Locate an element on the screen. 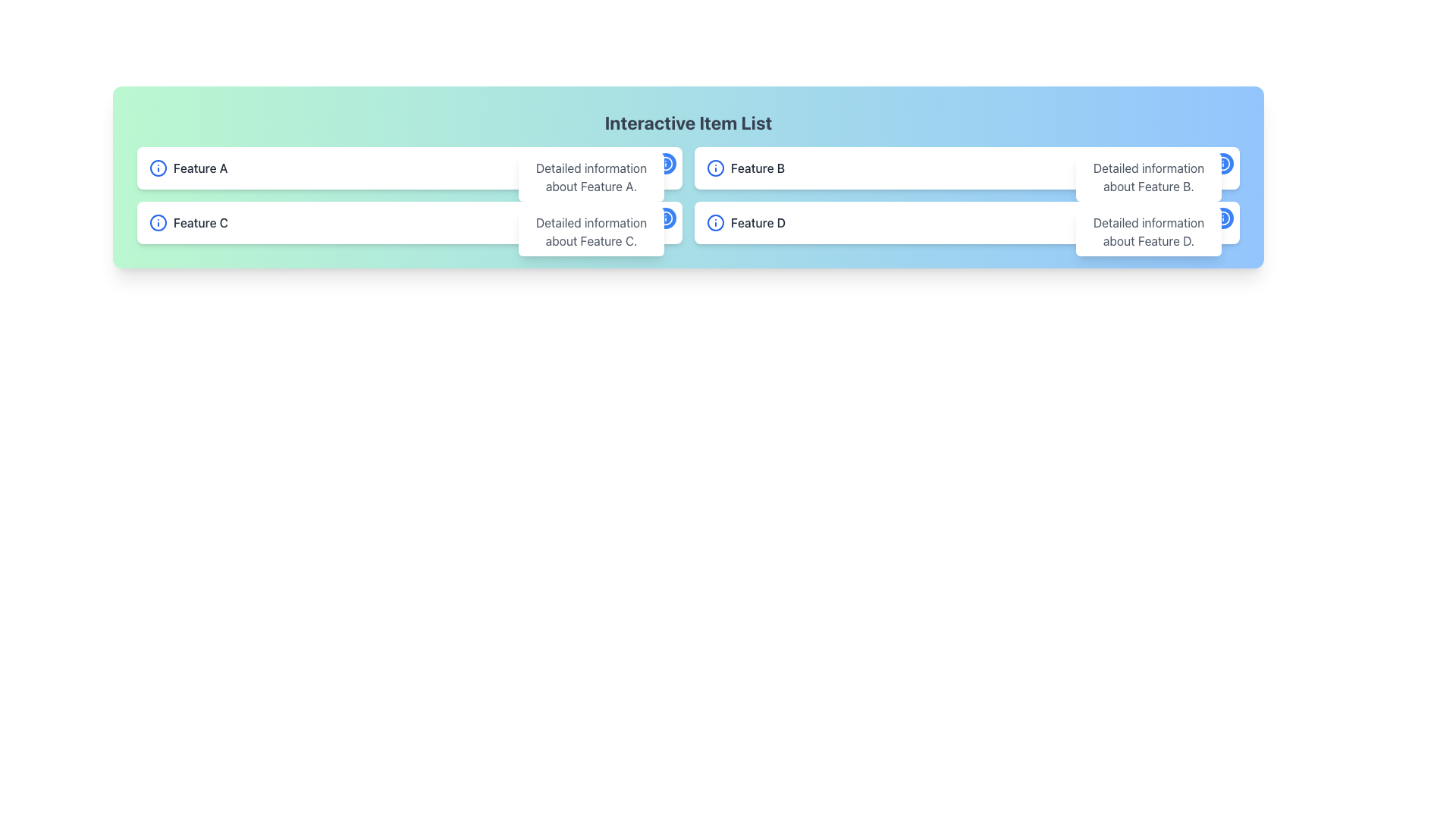  the SVG graphical element (circle) that represents an 'information' indicator aligned with the text 'Feature C' is located at coordinates (158, 222).